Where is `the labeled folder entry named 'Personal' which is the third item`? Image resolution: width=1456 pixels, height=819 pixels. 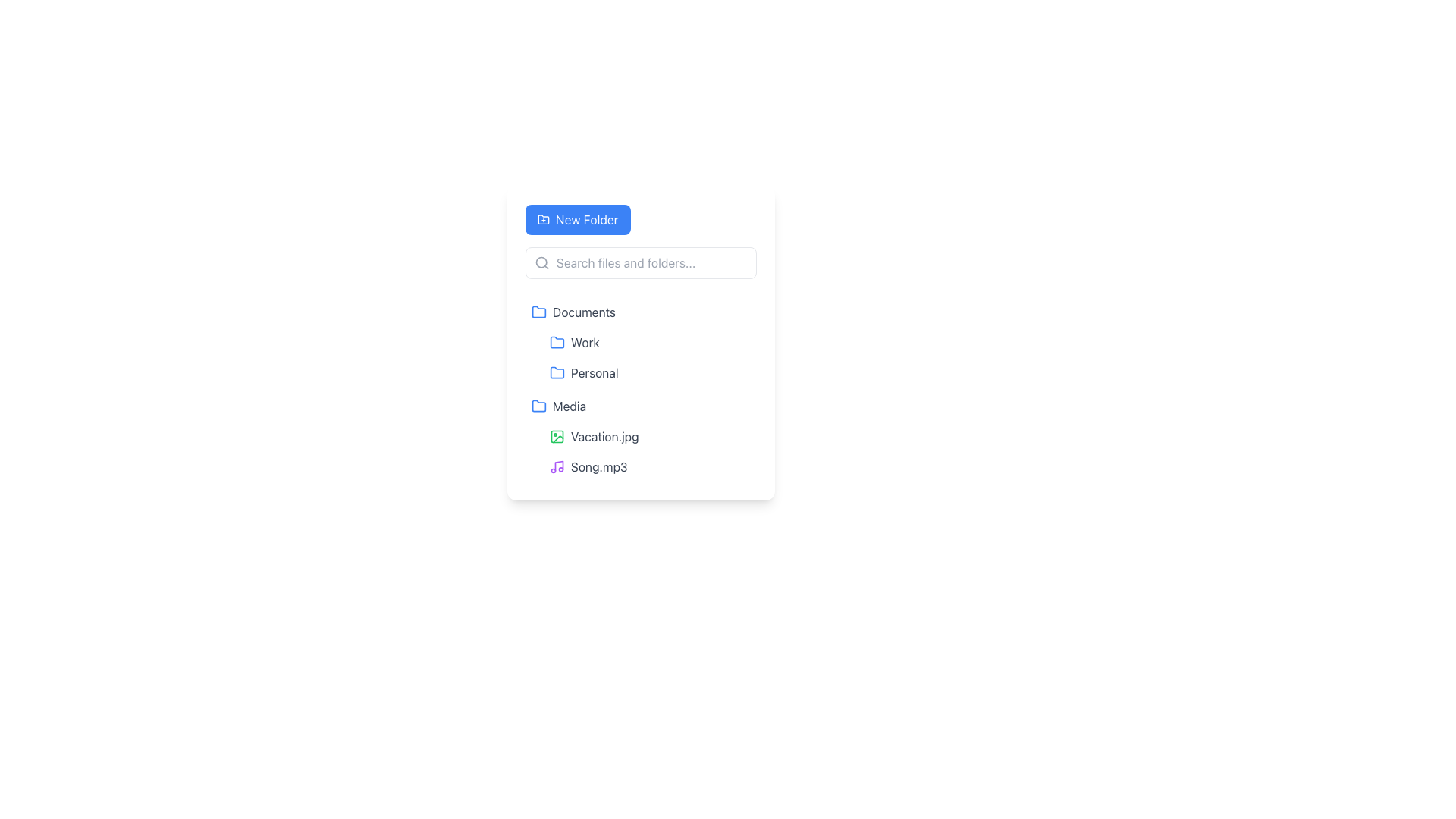 the labeled folder entry named 'Personal' which is the third item is located at coordinates (641, 373).